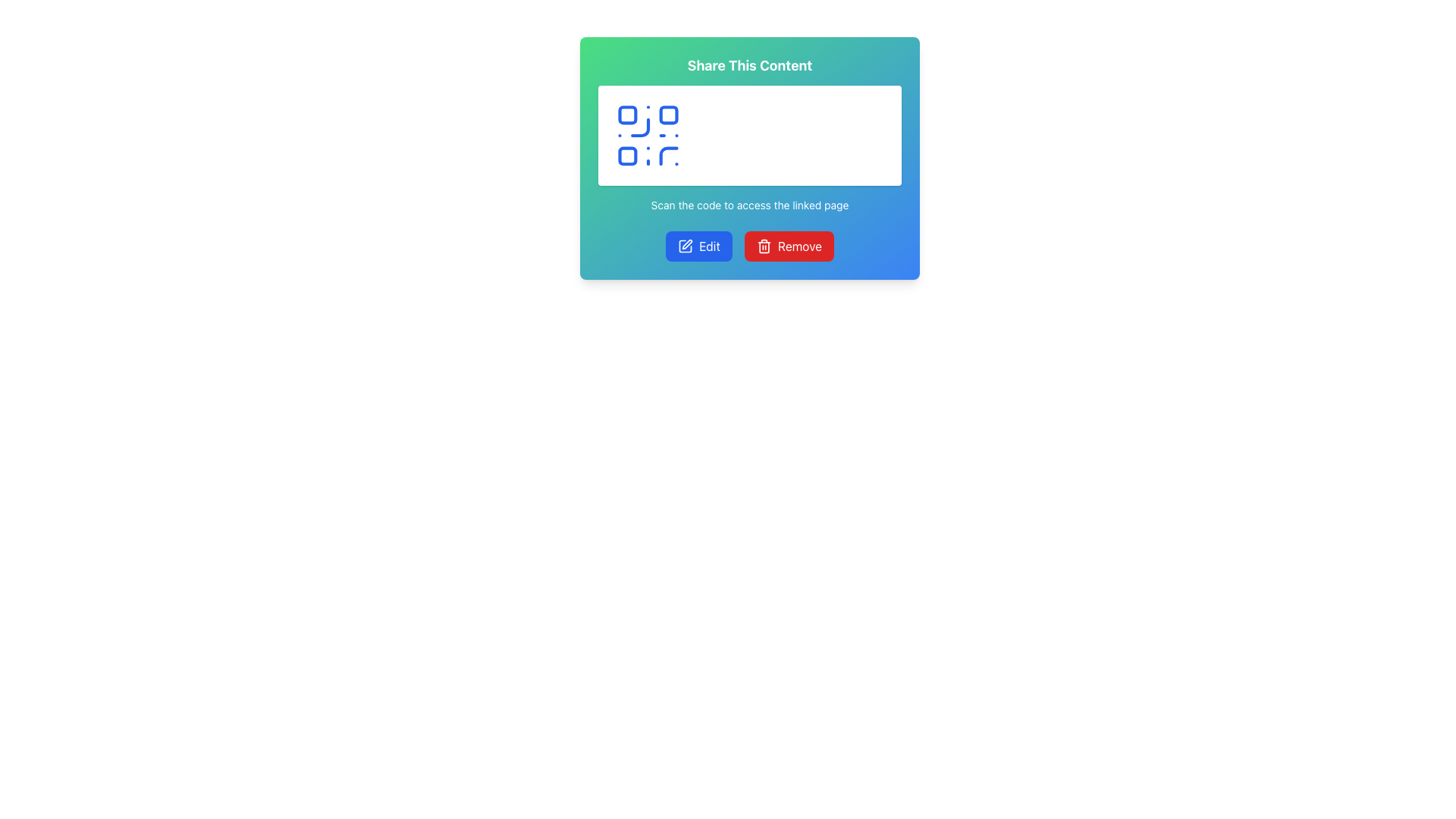 Image resolution: width=1456 pixels, height=819 pixels. Describe the element at coordinates (648, 134) in the screenshot. I see `the QR code icon, which has a blue outline and is located in the upper-left corner of the central modal card` at that location.